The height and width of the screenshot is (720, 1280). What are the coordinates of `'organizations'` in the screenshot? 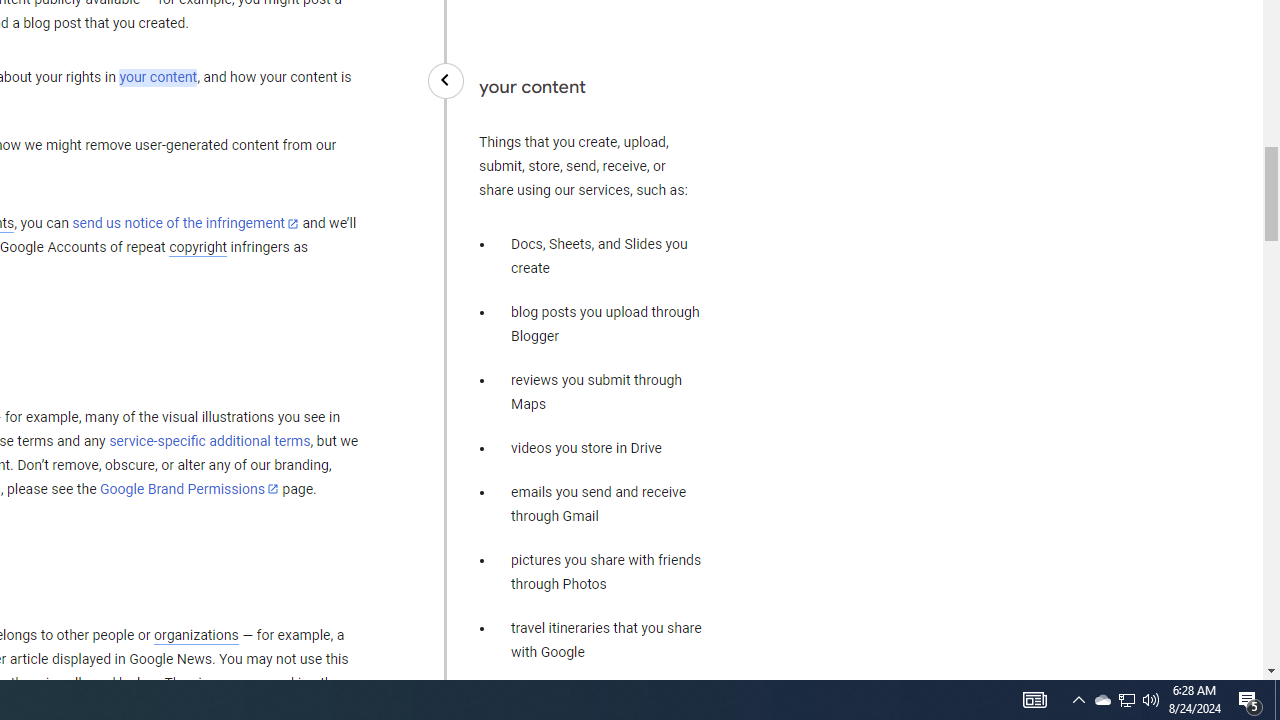 It's located at (196, 635).